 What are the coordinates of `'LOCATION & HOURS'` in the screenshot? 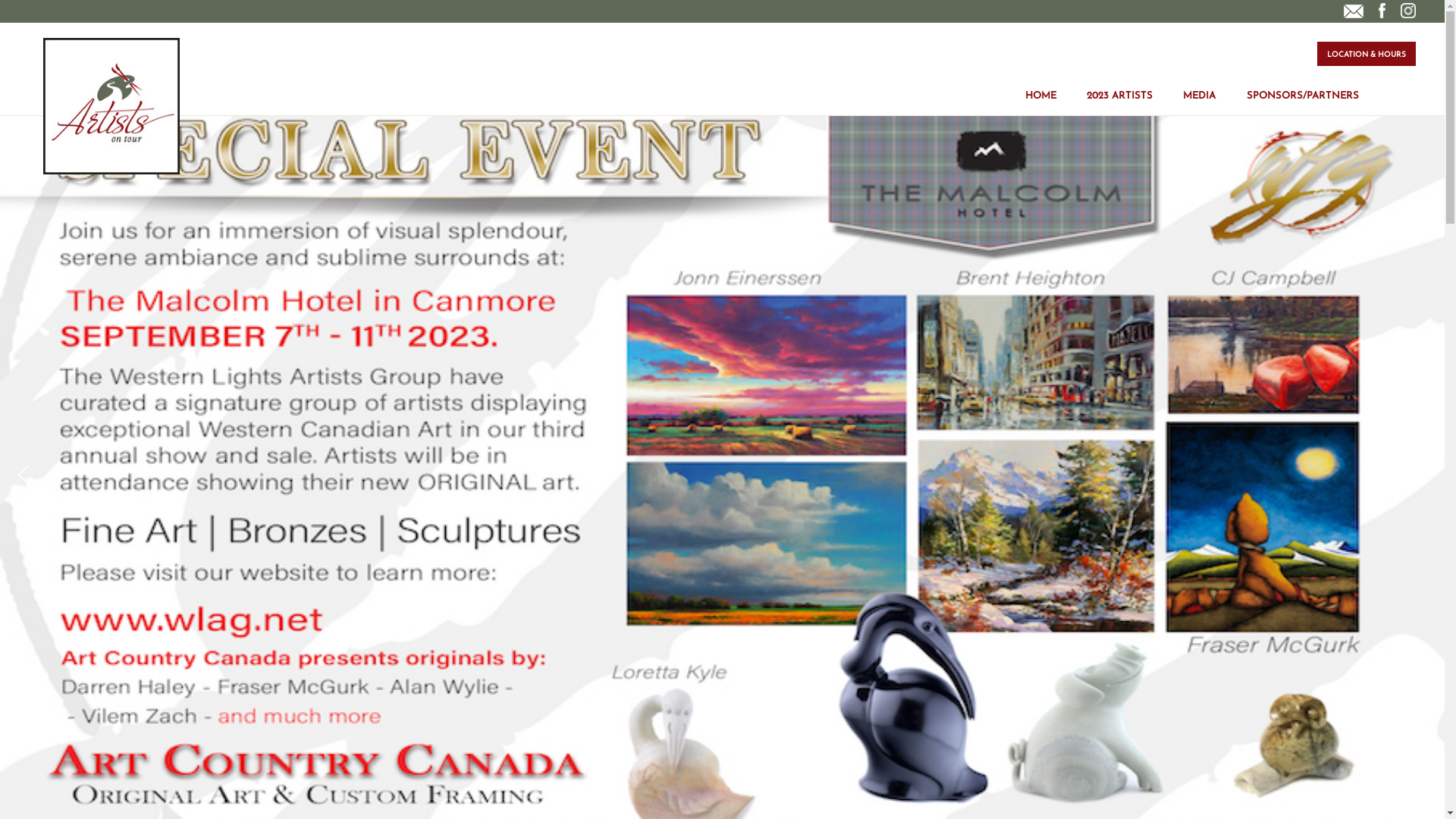 It's located at (1366, 52).